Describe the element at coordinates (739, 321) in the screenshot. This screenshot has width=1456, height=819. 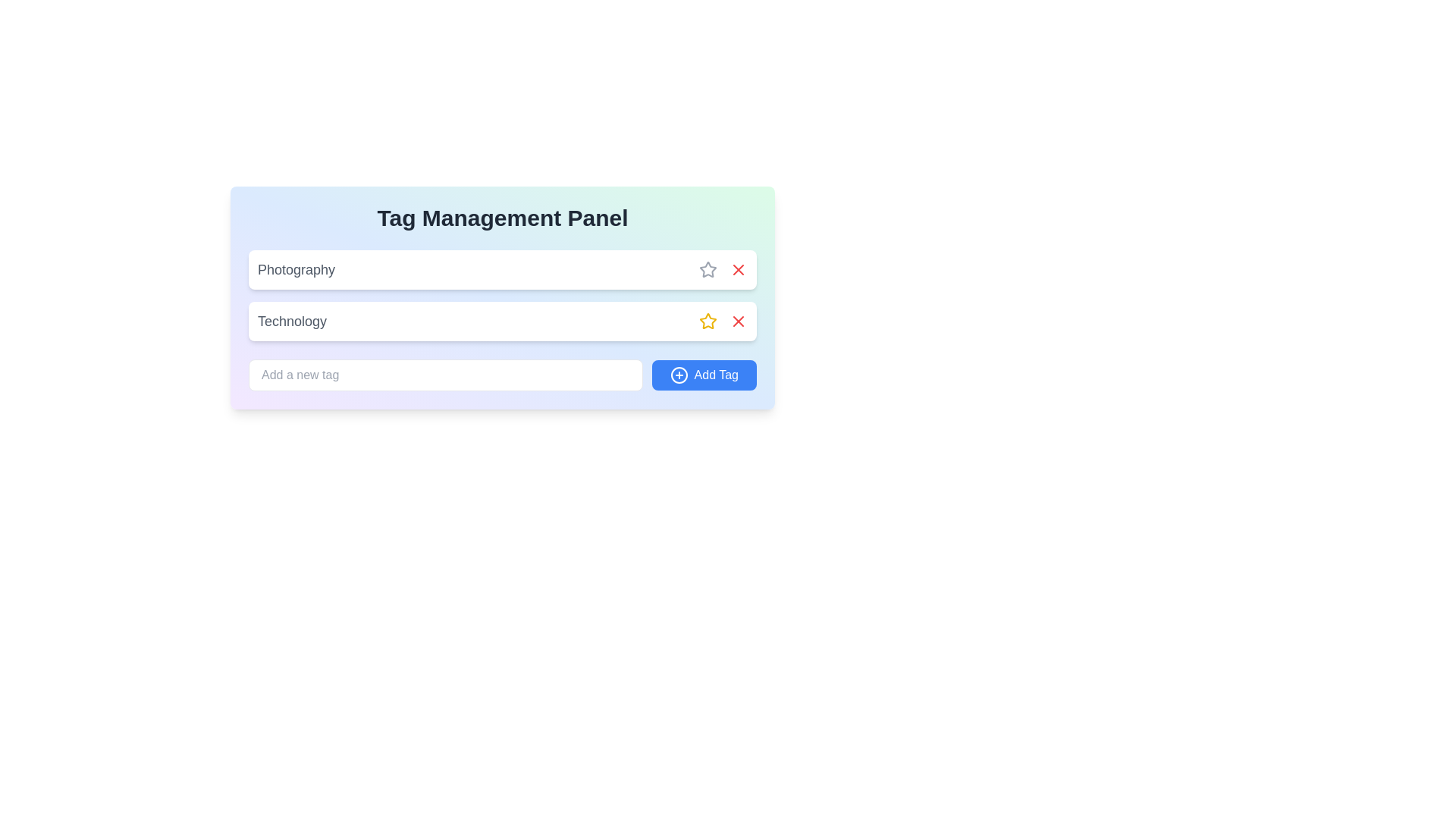
I see `the small red 'X' icon button, which is the delete action marker located at the end of the 'Technology' row in the 'Tag Management Panel'` at that location.